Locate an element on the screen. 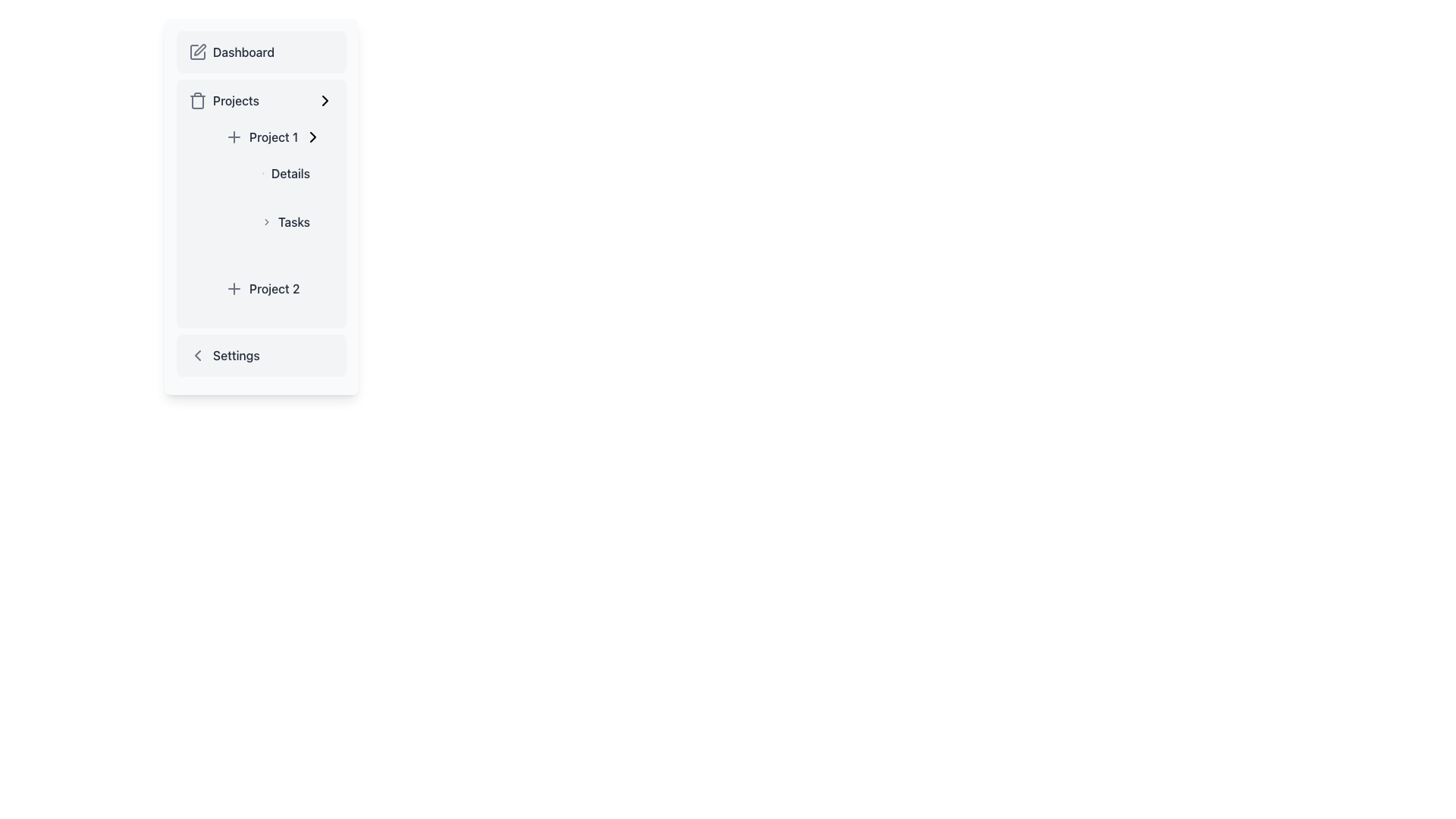  the navigation button located at the bottom of the vertical navigation panel, which leads to the settings page or menu is located at coordinates (262, 356).